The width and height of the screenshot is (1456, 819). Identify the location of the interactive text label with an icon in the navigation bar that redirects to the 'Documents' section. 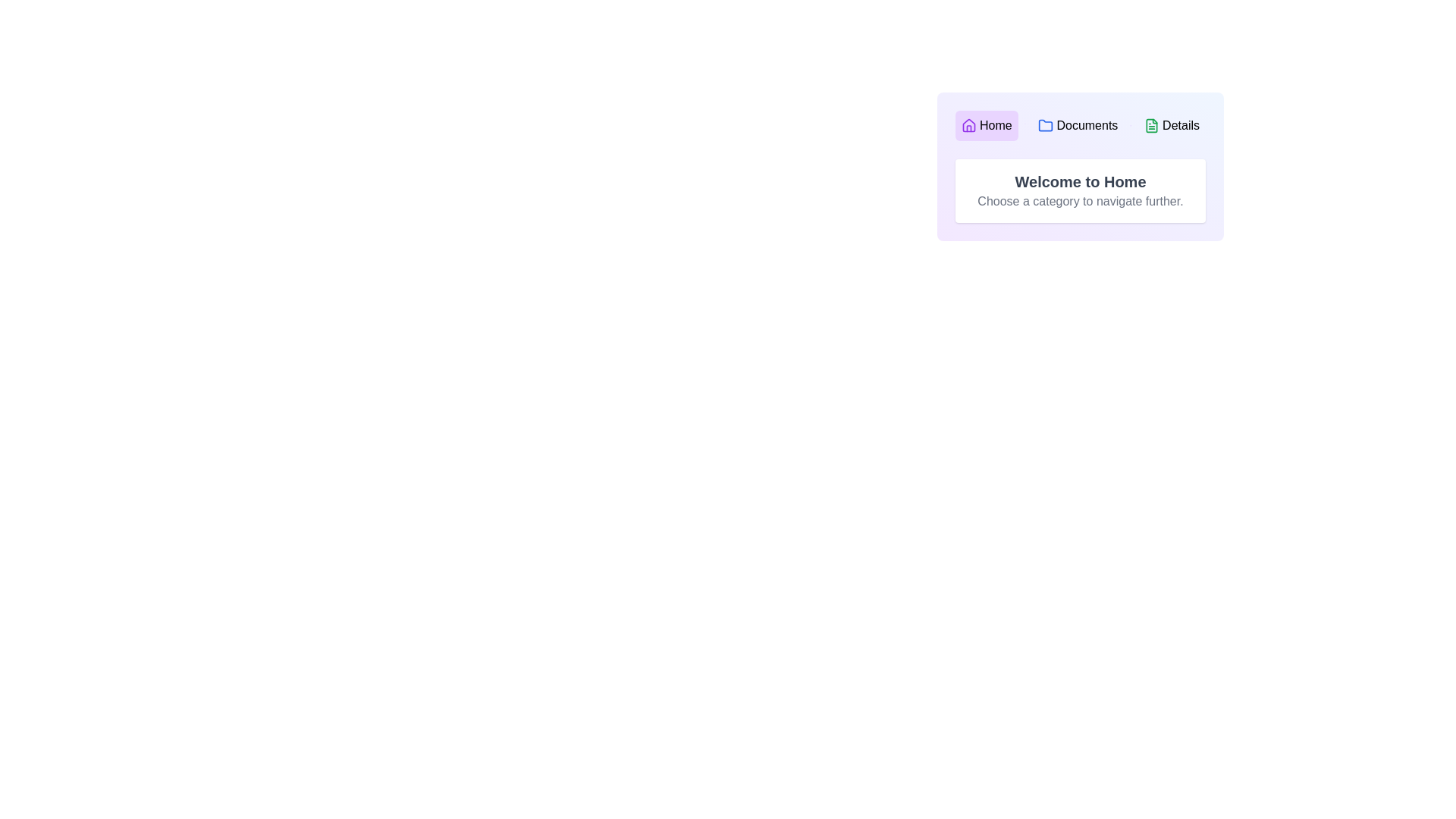
(1077, 124).